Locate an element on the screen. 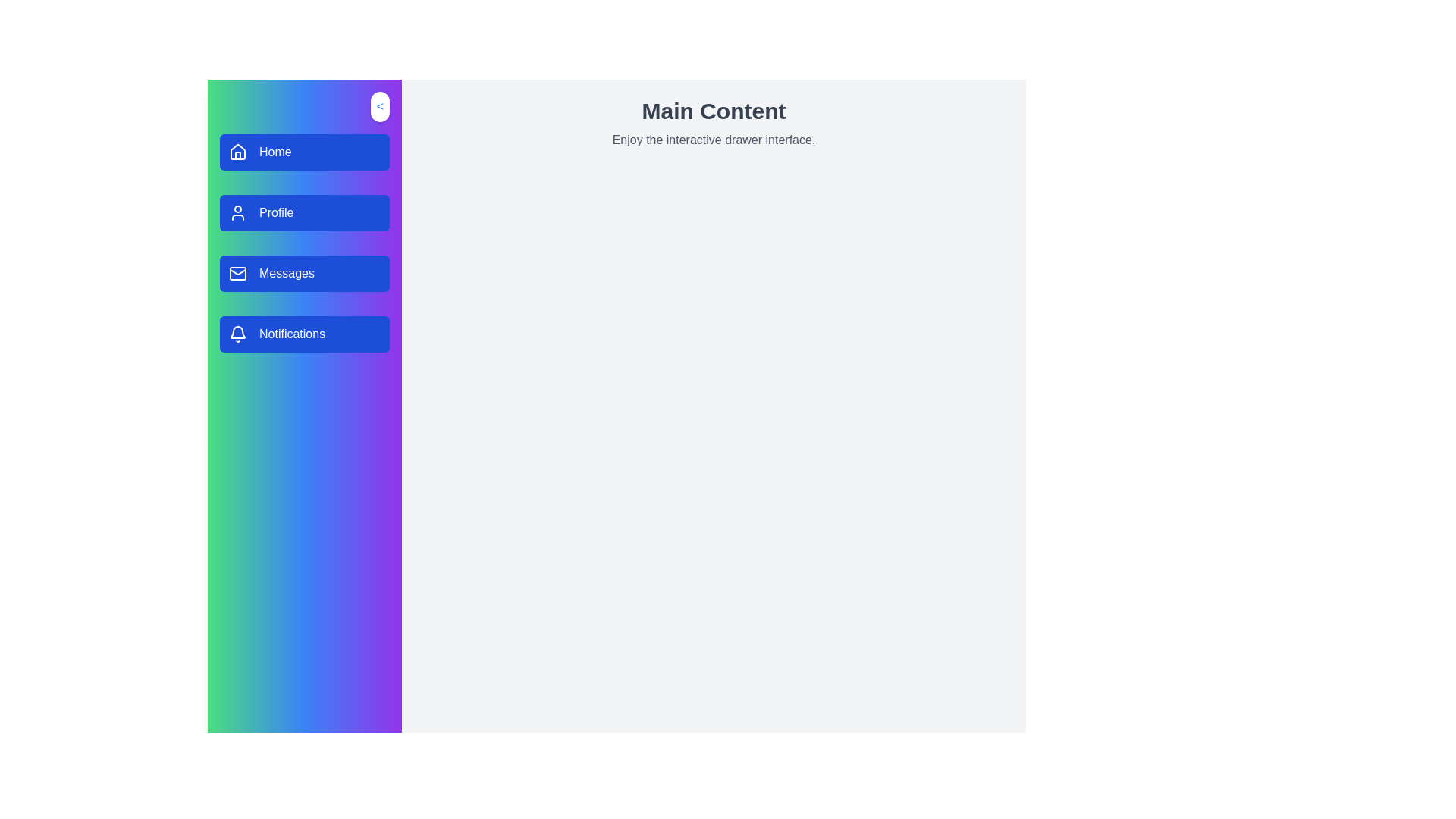 This screenshot has height=819, width=1456. the button shaped as a rounded rectangle with a white background and blue text '<' located at the top-right corner of the sidebar for additional feedback is located at coordinates (380, 106).